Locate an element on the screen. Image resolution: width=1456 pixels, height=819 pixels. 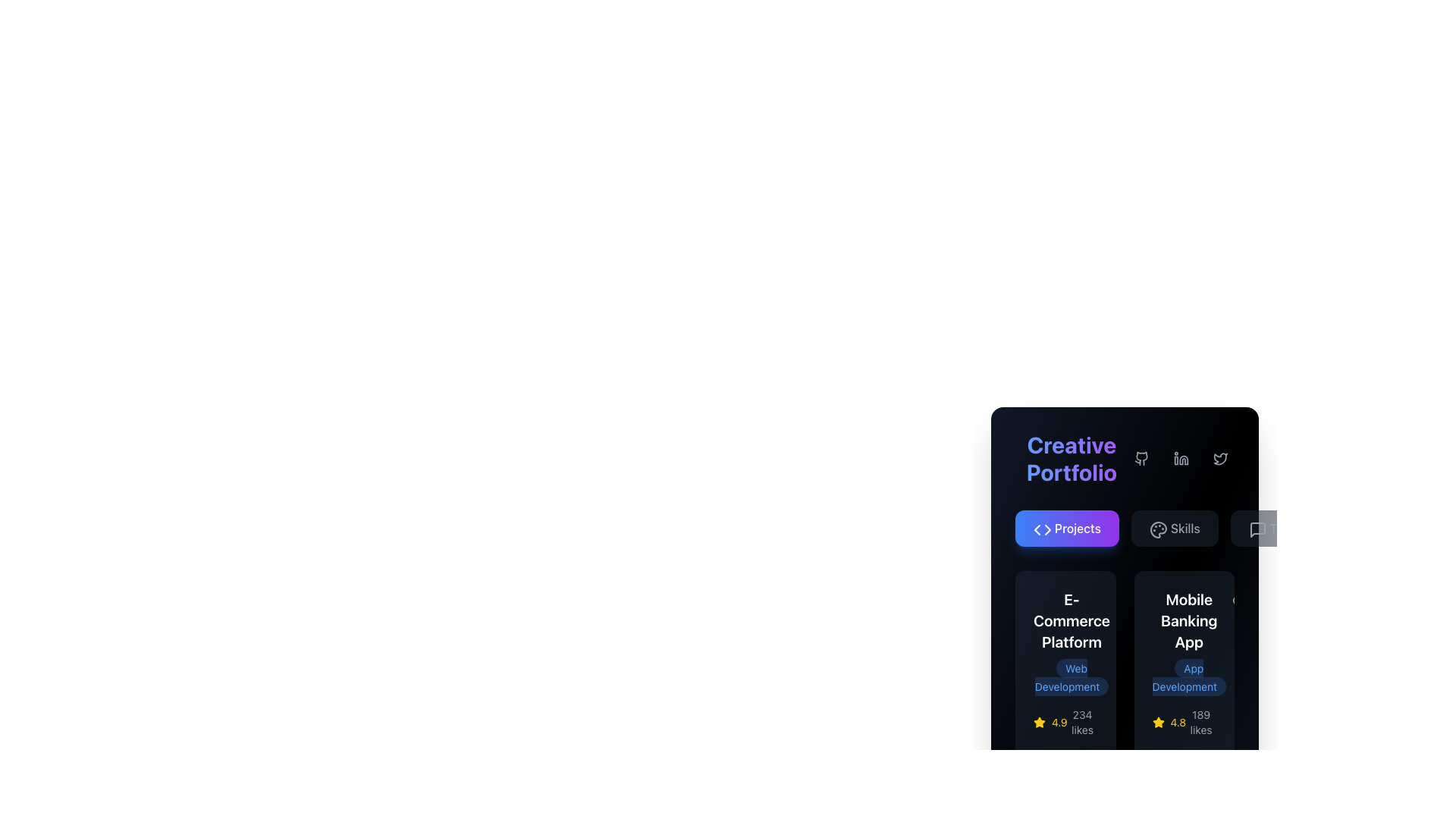
the minimalist bird-shaped icon in the top-right corner of the user interface is located at coordinates (1220, 458).